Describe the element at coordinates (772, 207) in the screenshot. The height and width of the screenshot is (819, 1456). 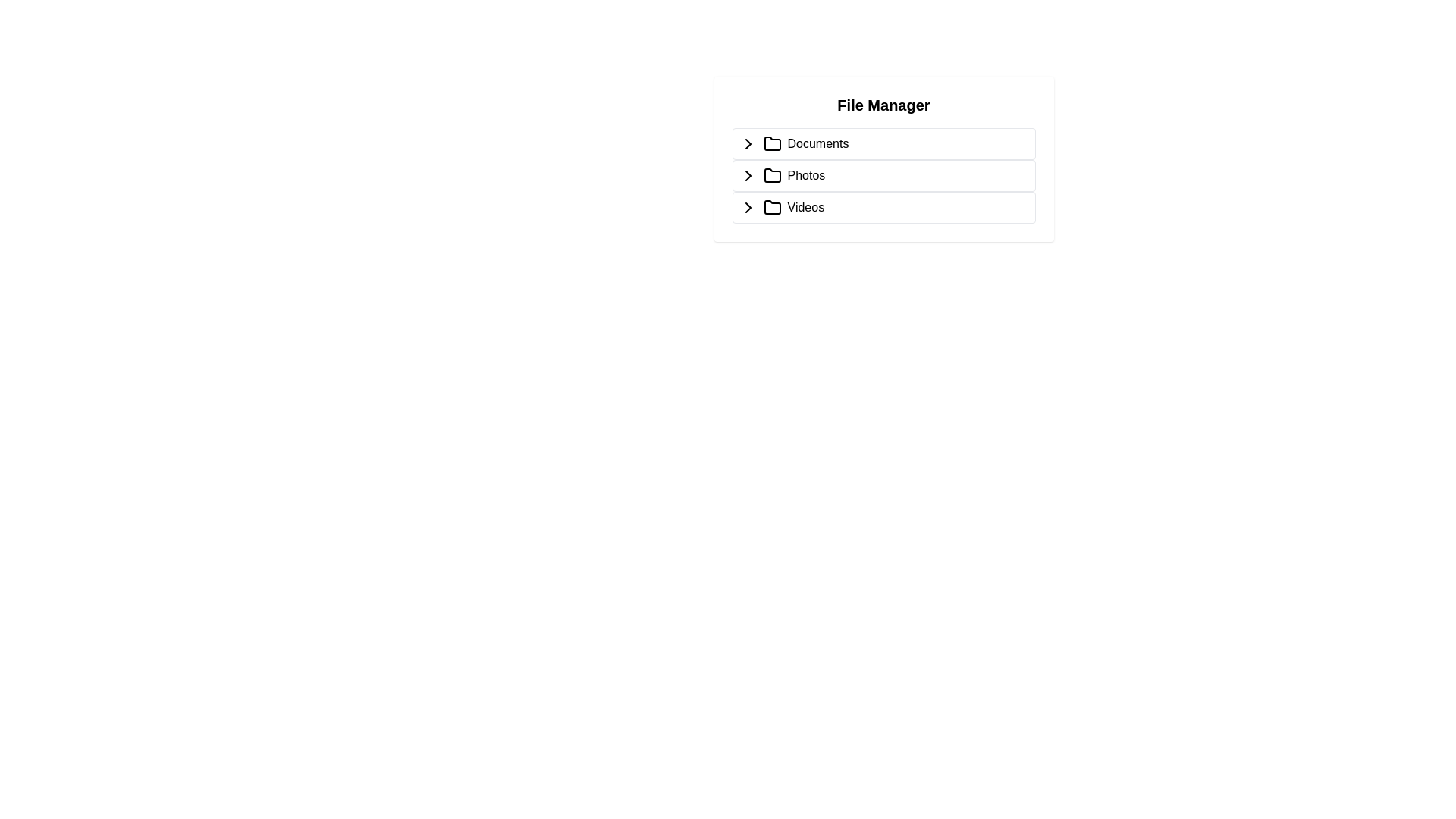
I see `the third folder icon representing the 'Videos' directory in the file manager` at that location.